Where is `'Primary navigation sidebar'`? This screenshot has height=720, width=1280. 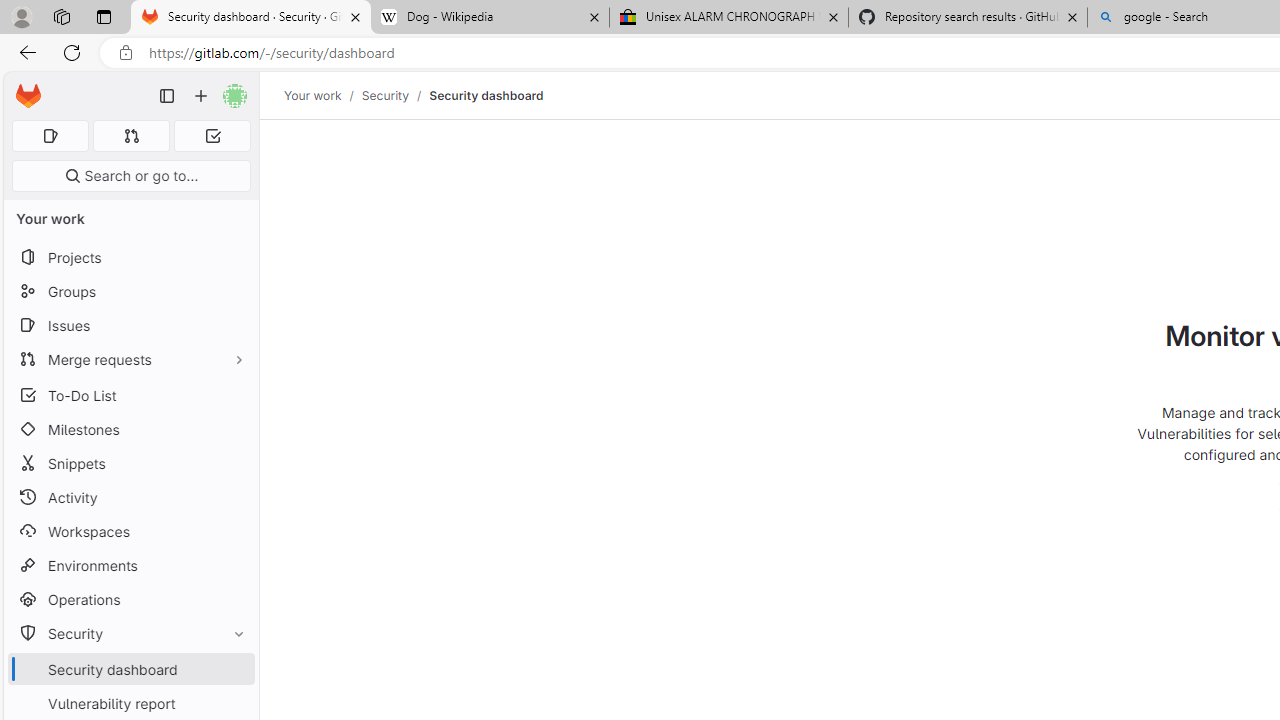
'Primary navigation sidebar' is located at coordinates (167, 96).